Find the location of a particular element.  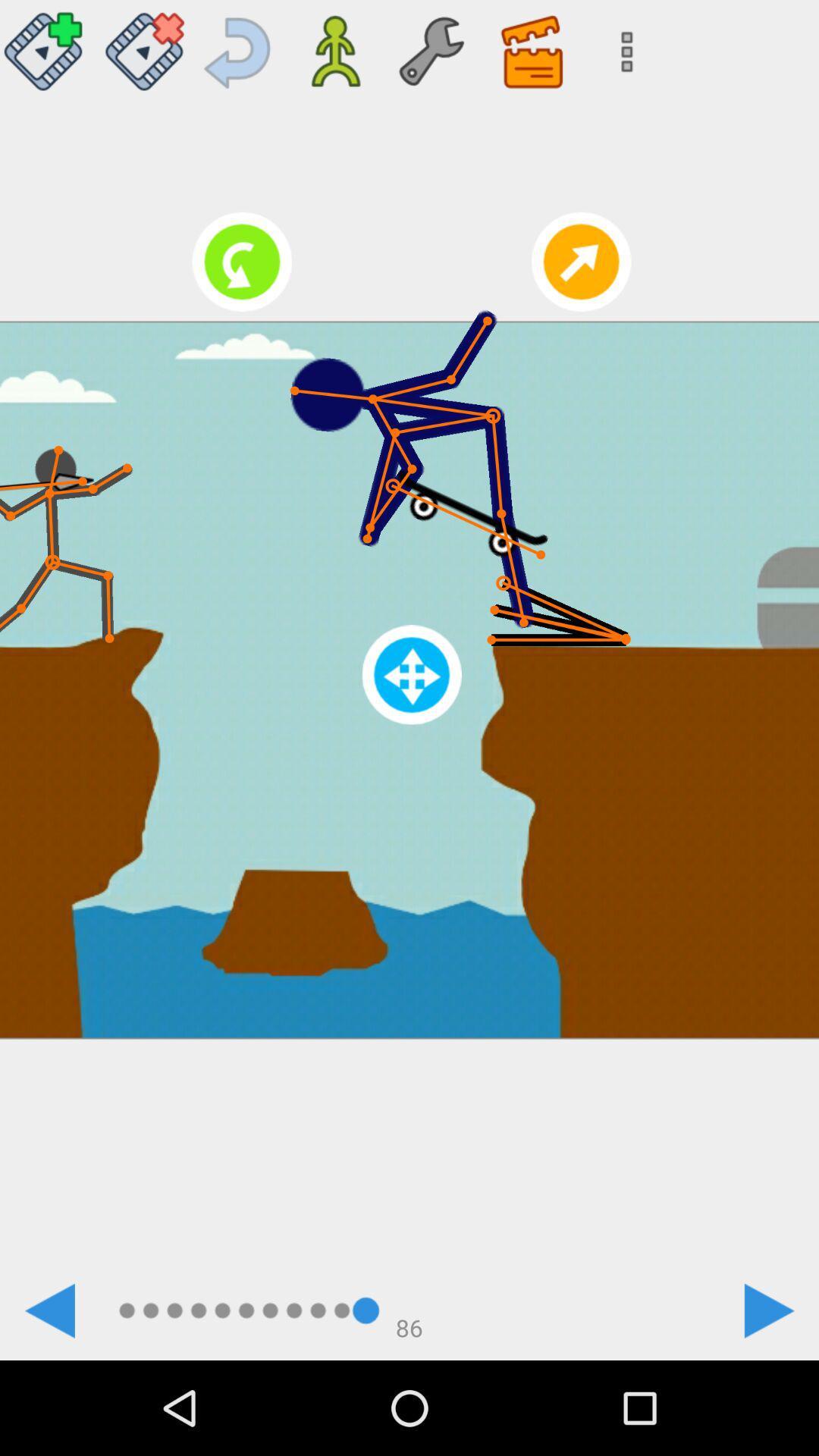

more options is located at coordinates (622, 45).